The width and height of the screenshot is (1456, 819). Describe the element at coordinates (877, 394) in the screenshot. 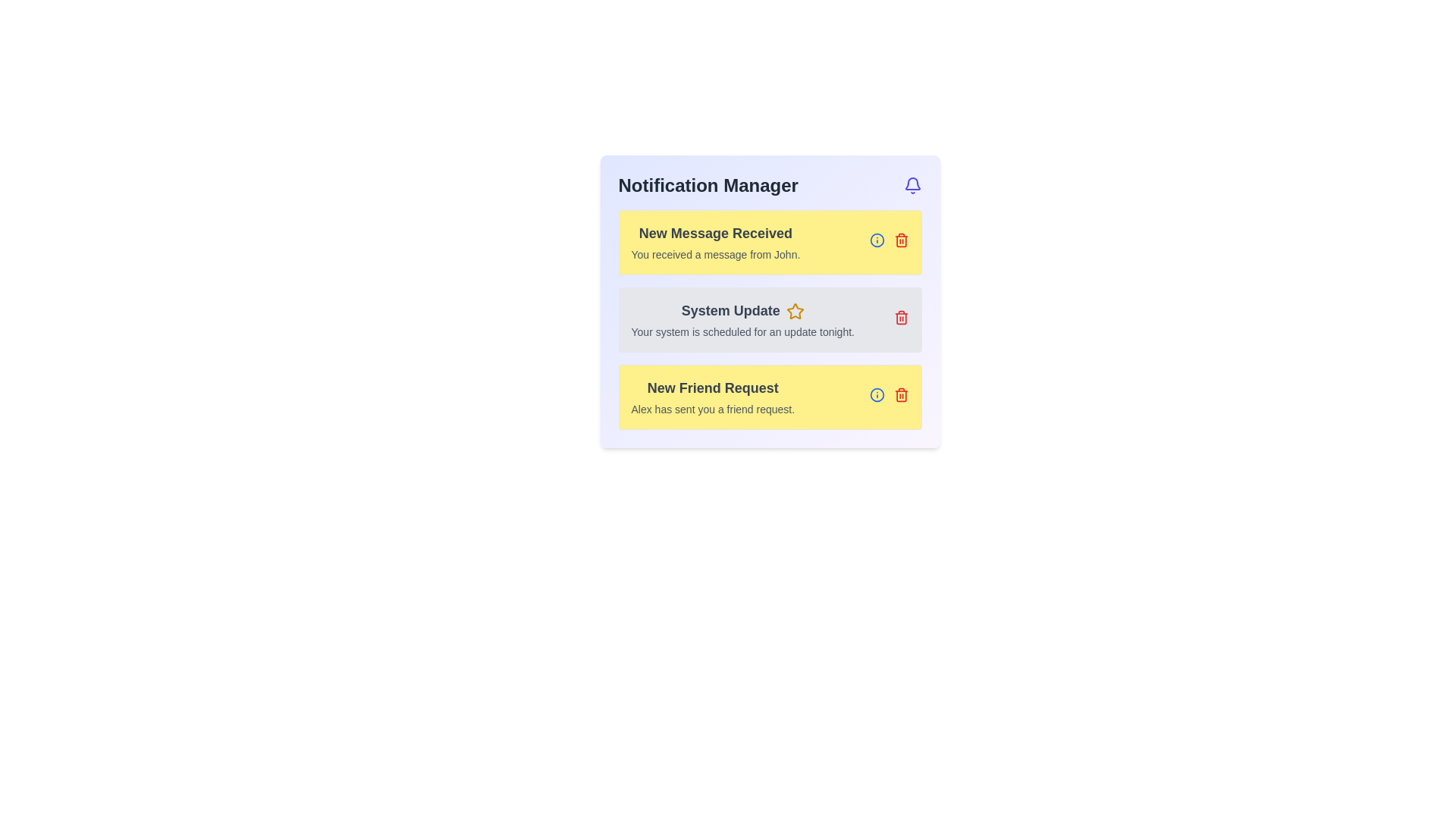

I see `the decorative circular SVG element with a blue outline located next to the text 'New Message Received' in the 'Notification Manager' interface` at that location.